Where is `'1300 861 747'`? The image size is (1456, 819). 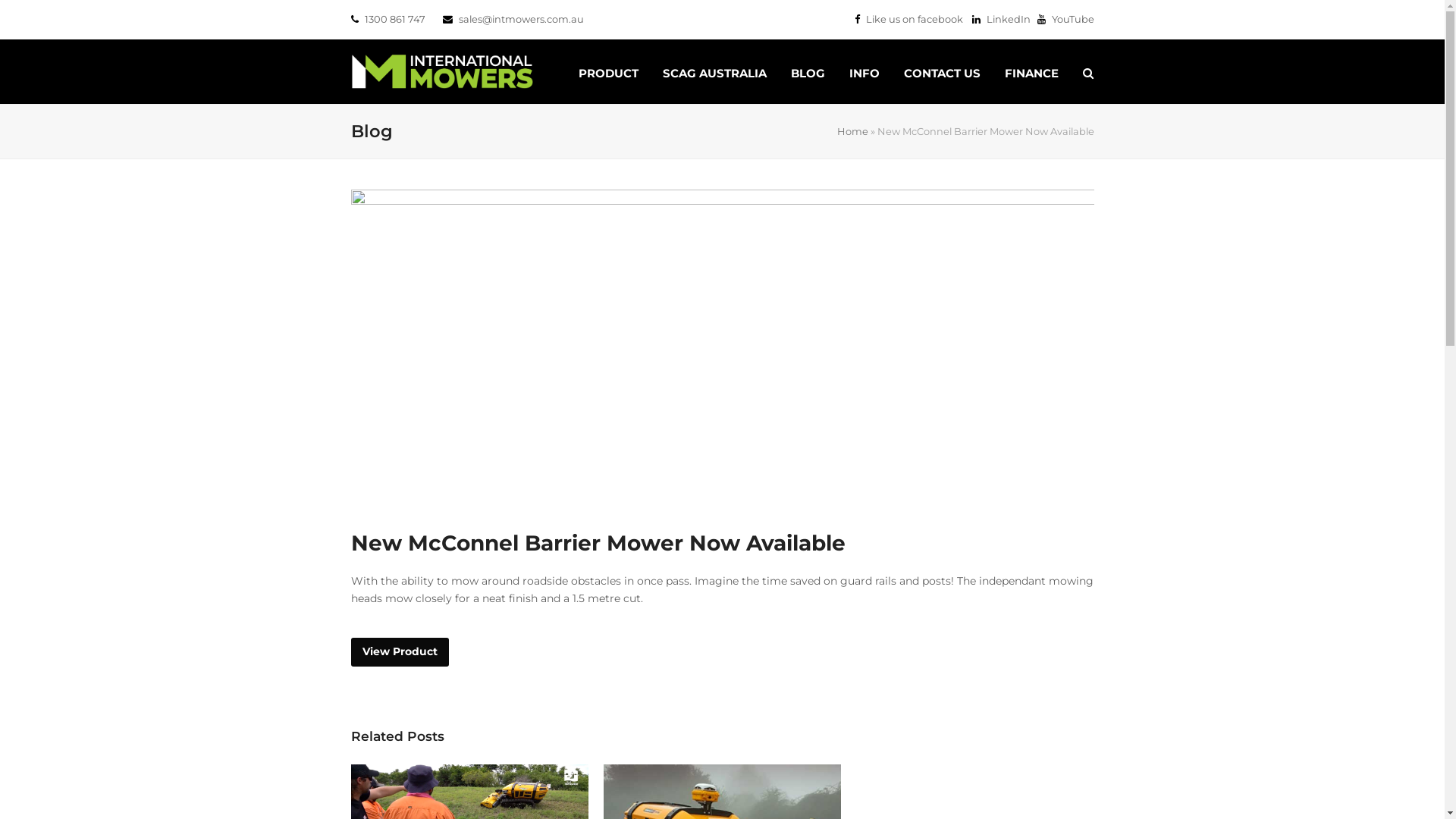 '1300 861 747' is located at coordinates (394, 18).